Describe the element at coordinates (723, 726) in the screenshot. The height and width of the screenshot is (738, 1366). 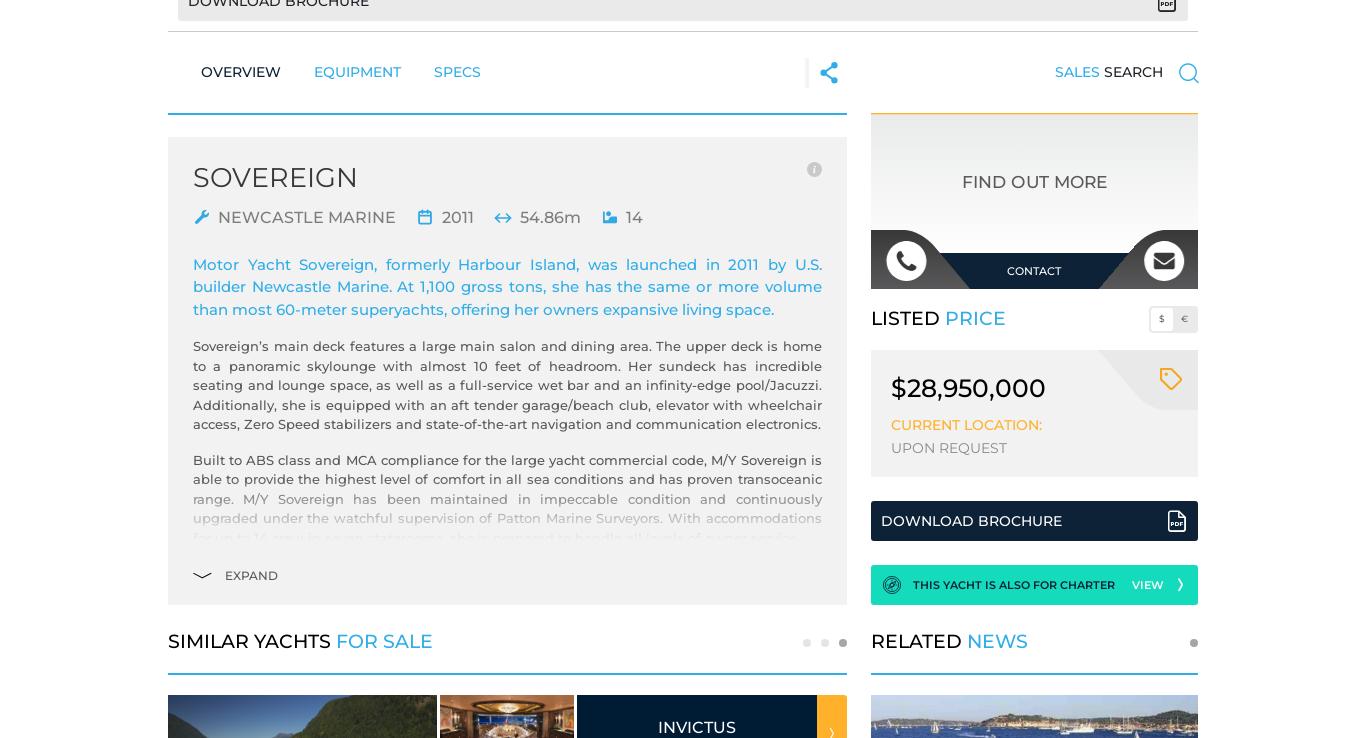
I see `'Galactica Super Nova'` at that location.